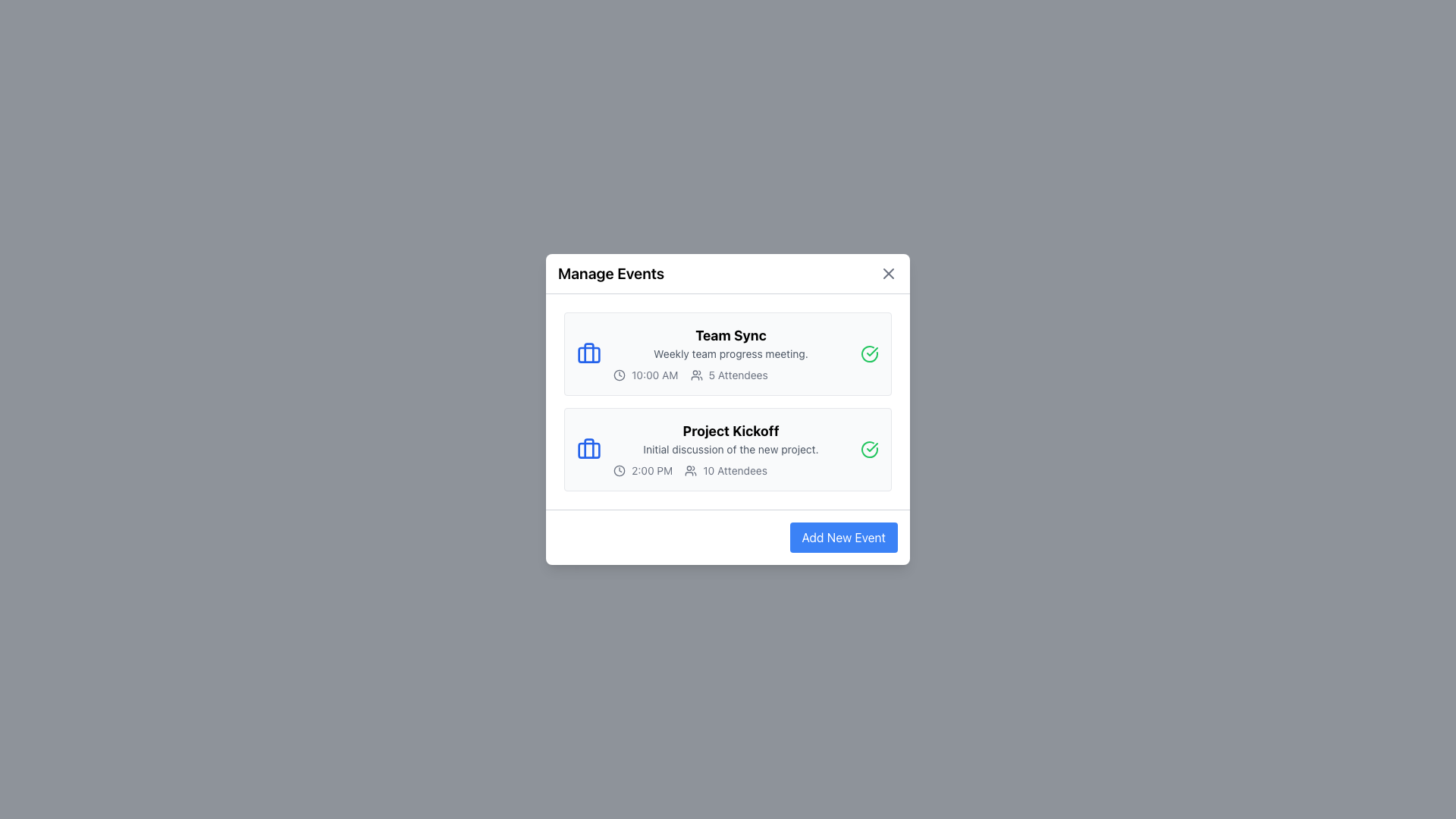 This screenshot has width=1456, height=819. I want to click on the decorative vector rectangle element within the briefcase icon, located to the left of the text 'Project Kickoff' in the 'Manage Events' dialog, so click(588, 354).